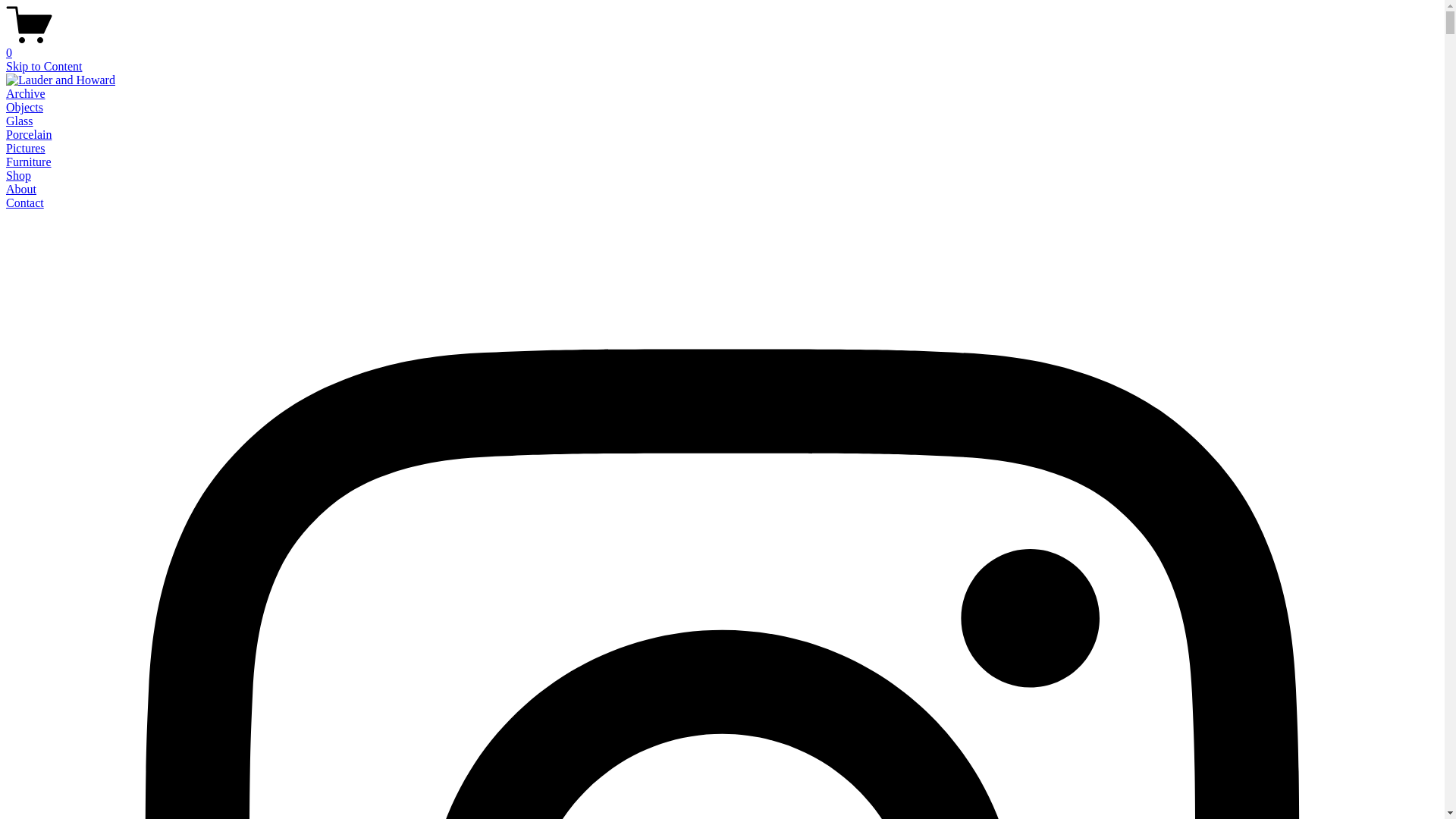 This screenshot has height=819, width=1456. Describe the element at coordinates (19, 120) in the screenshot. I see `'Glass'` at that location.